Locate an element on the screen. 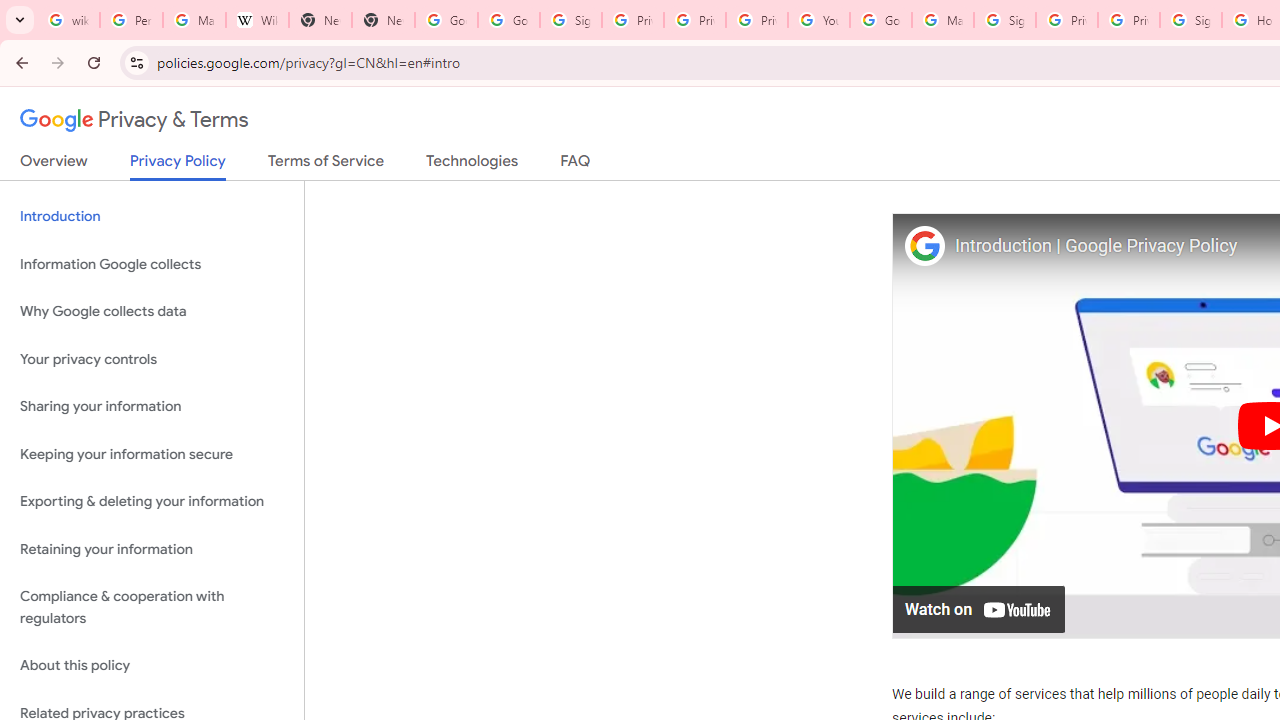 The height and width of the screenshot is (720, 1280). 'New Tab' is located at coordinates (383, 20).